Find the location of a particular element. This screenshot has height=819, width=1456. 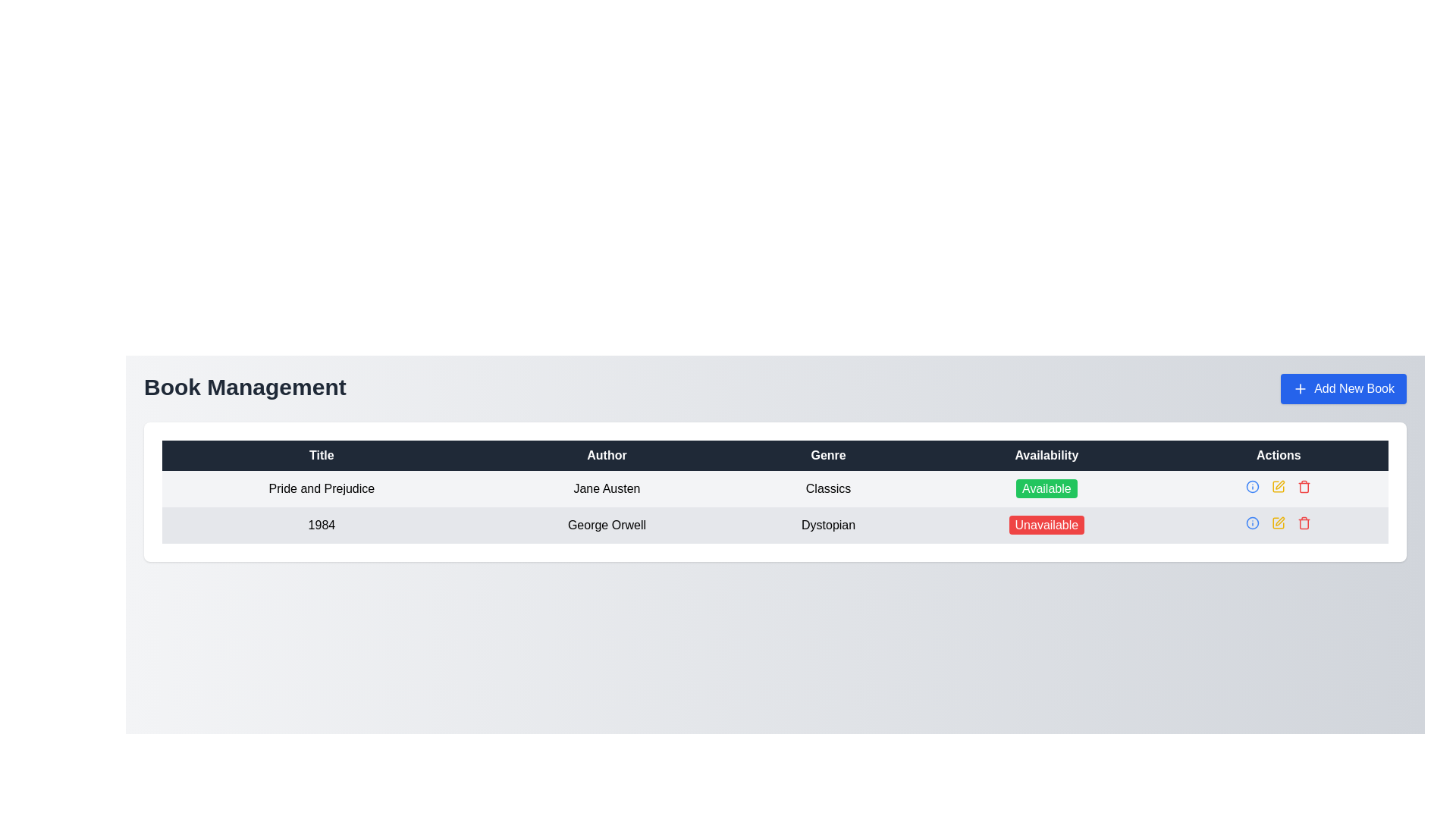

the text label displaying 'George Orwell' is located at coordinates (607, 525).